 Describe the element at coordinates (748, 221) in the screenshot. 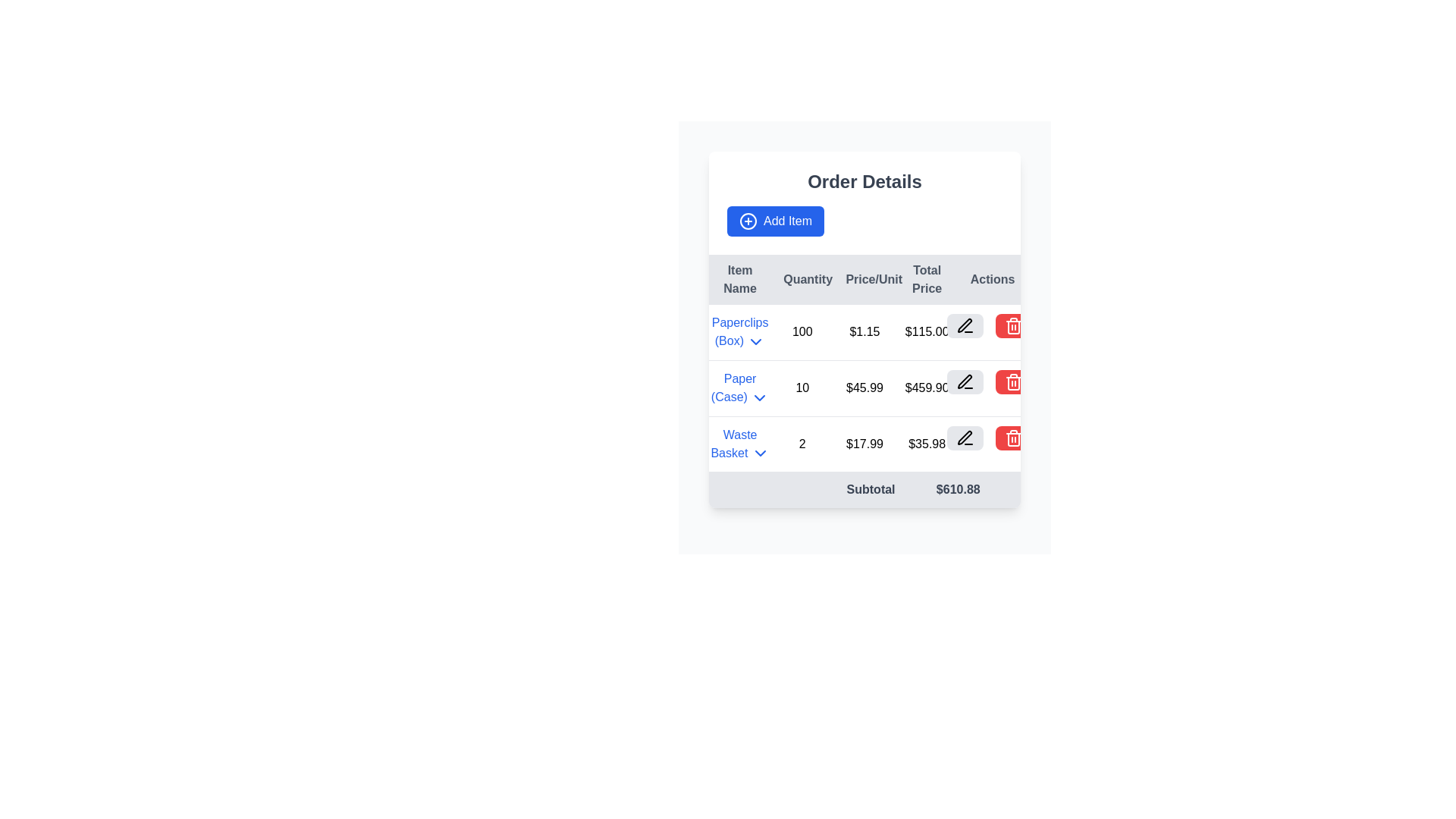

I see `the decorative icon that emphasizes the 'Add Item' button, which is centrally aligned within the button located at the top-left corner of the order details content card` at that location.